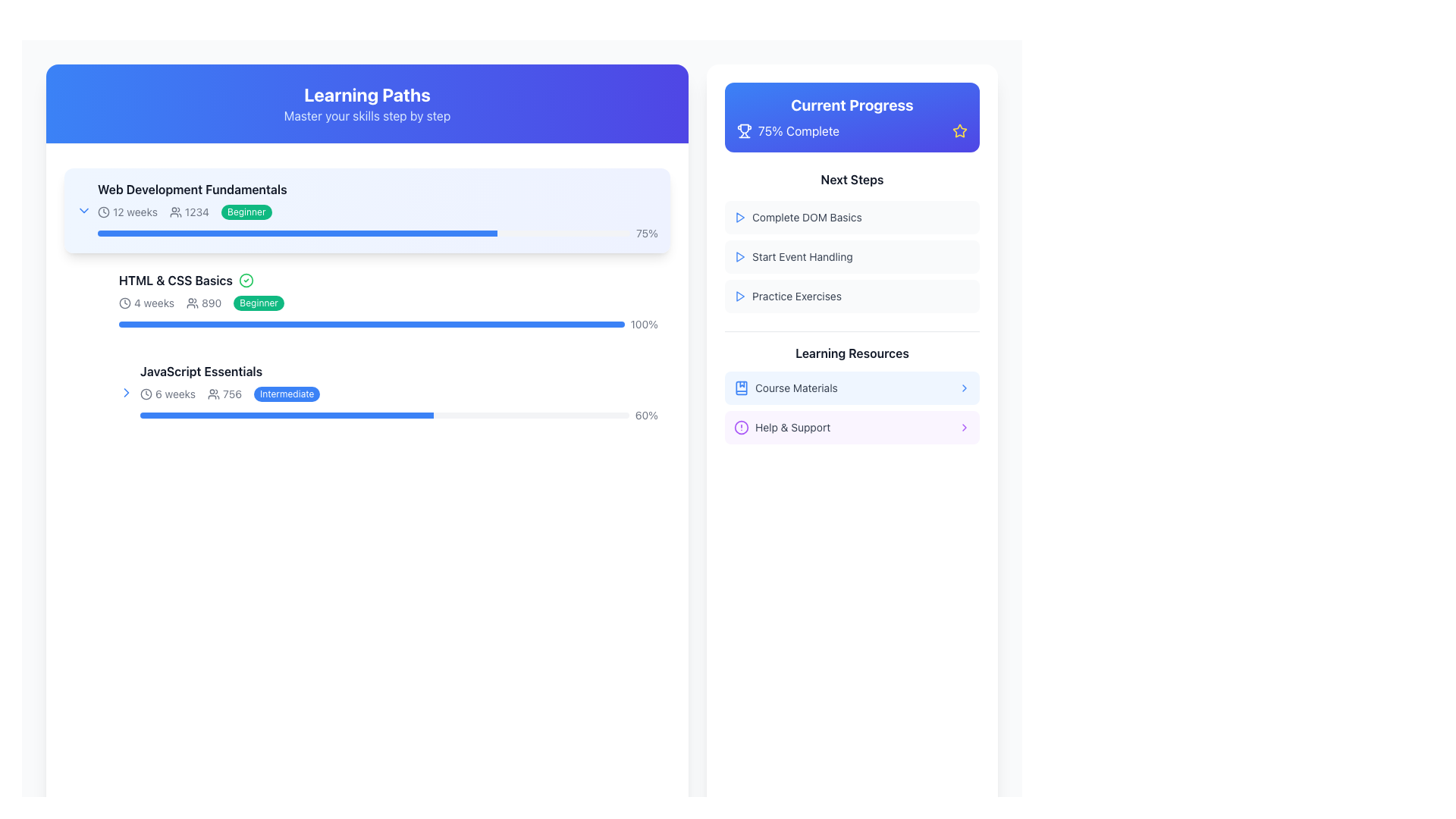 The width and height of the screenshot is (1456, 819). I want to click on the informational group displaying summarized course information, including duration, participant count, and skill level, located below the title 'HTML & CSS Basics' and above the learning progress bar, so click(388, 303).